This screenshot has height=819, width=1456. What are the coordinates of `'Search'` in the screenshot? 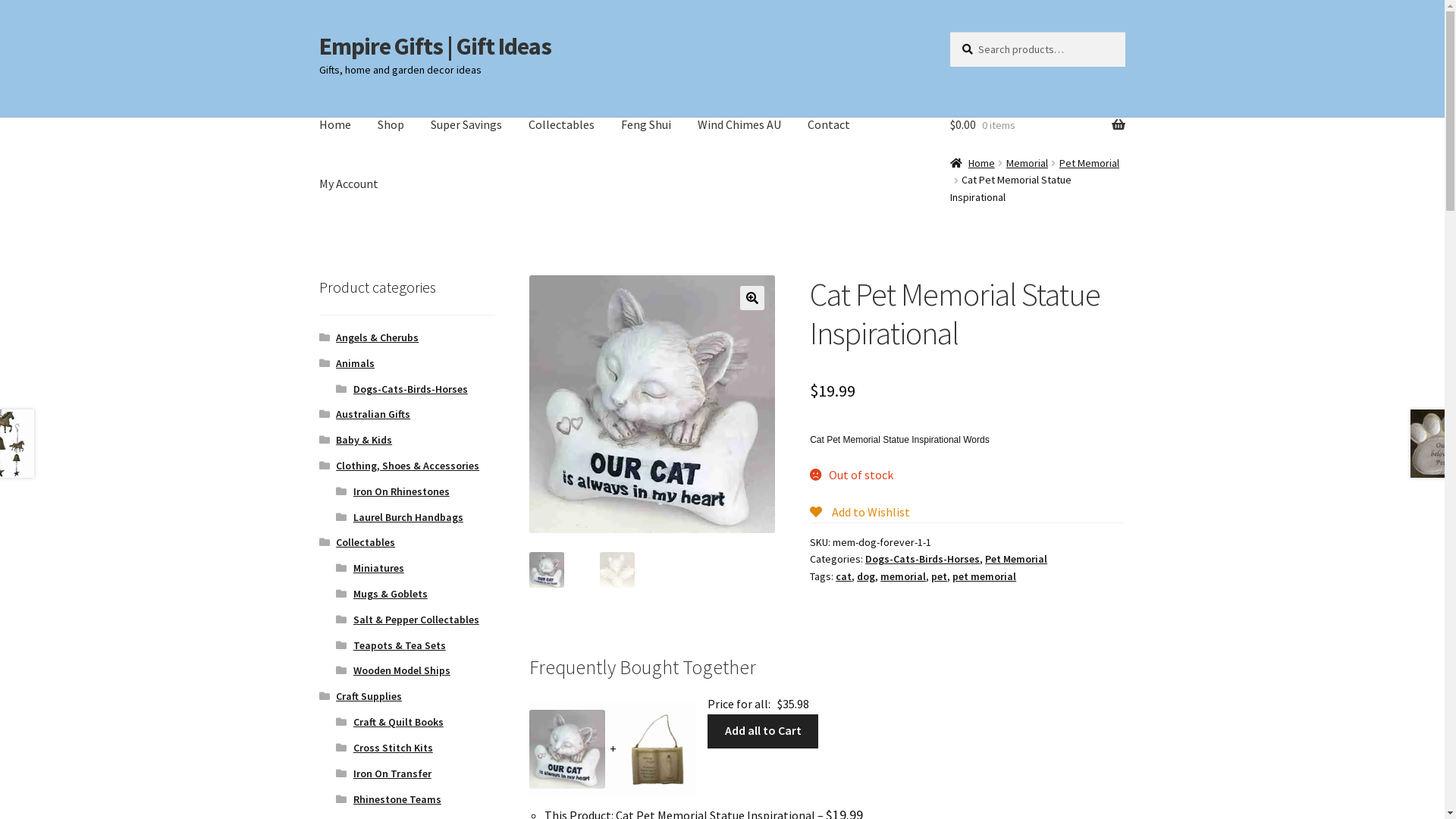 It's located at (949, 31).